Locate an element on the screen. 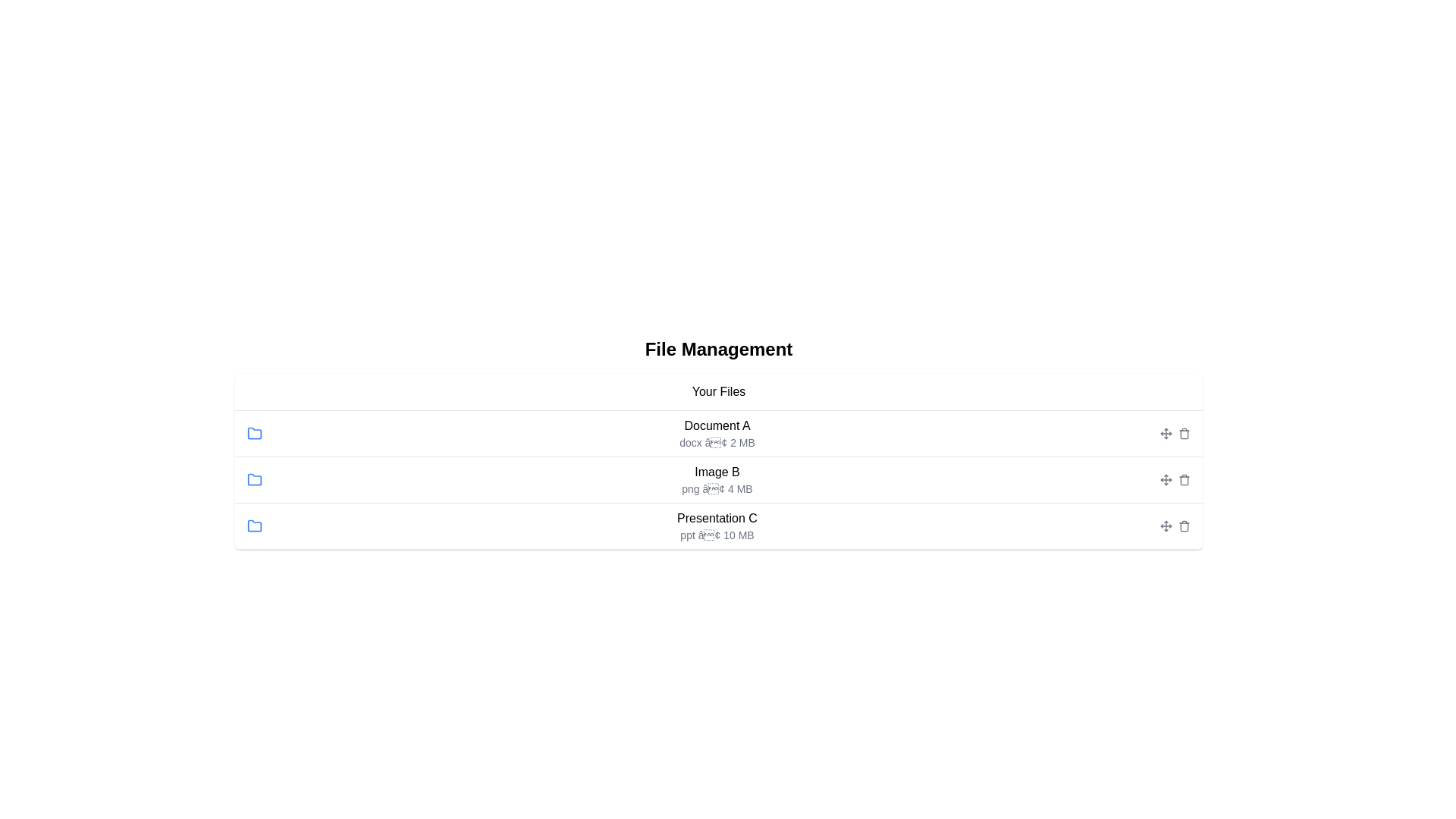 The image size is (1456, 819). the text label displaying the file type and size located below the title 'Document A' in the first row of the file list is located at coordinates (716, 442).